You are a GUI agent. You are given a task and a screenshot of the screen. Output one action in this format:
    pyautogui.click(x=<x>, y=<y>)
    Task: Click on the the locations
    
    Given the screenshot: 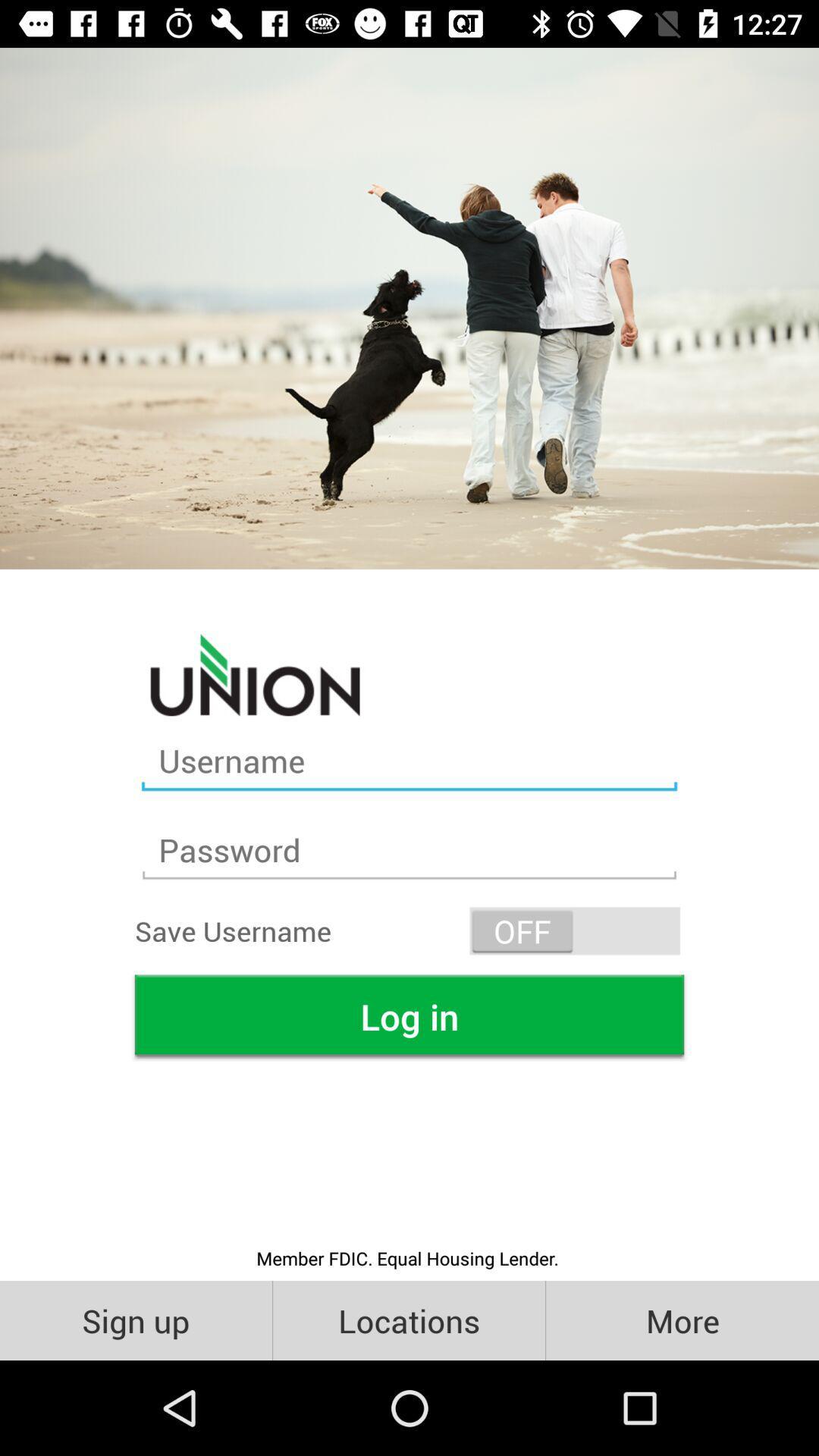 What is the action you would take?
    pyautogui.click(x=408, y=1319)
    